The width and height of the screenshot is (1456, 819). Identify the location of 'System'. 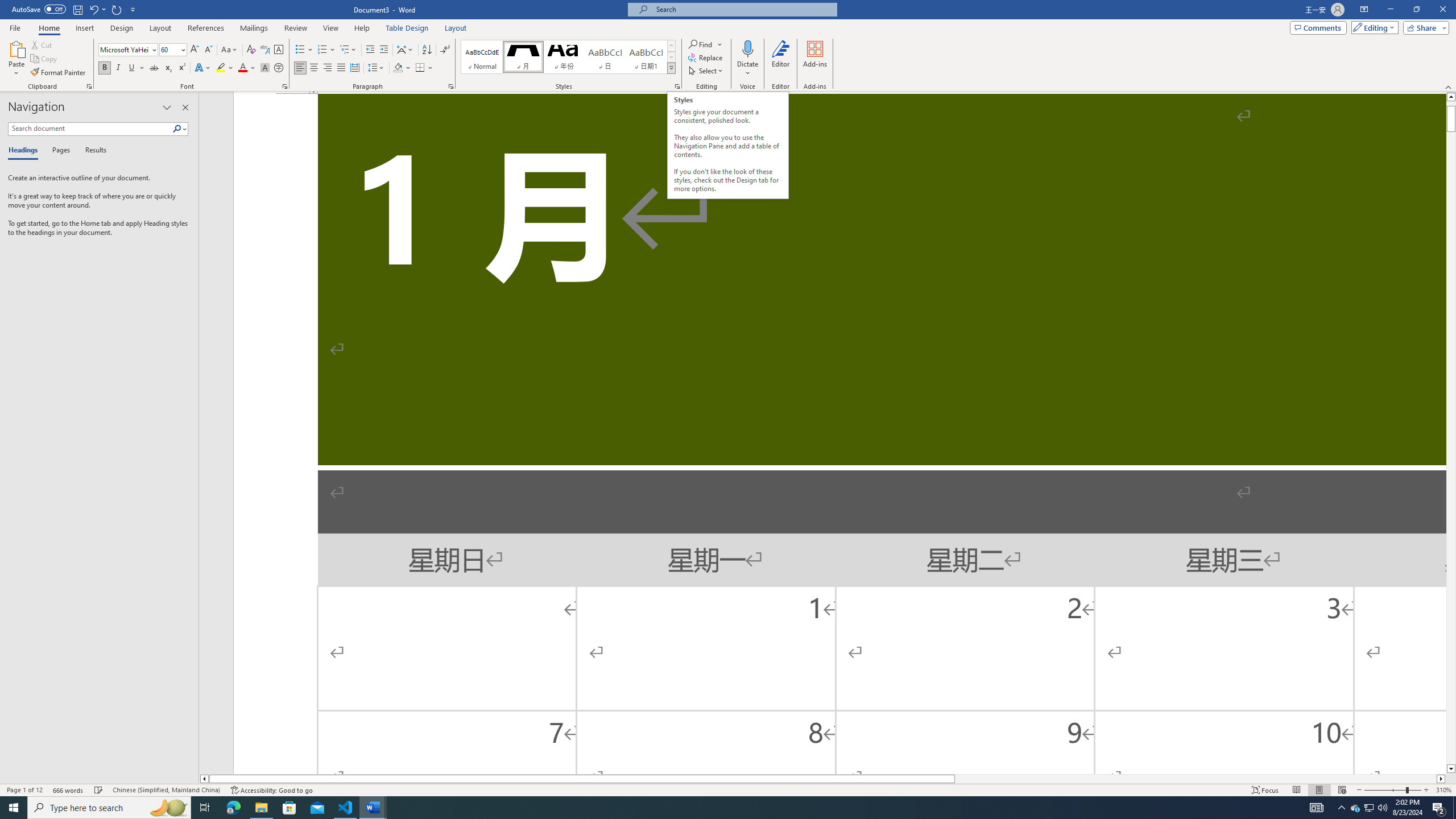
(6, 5).